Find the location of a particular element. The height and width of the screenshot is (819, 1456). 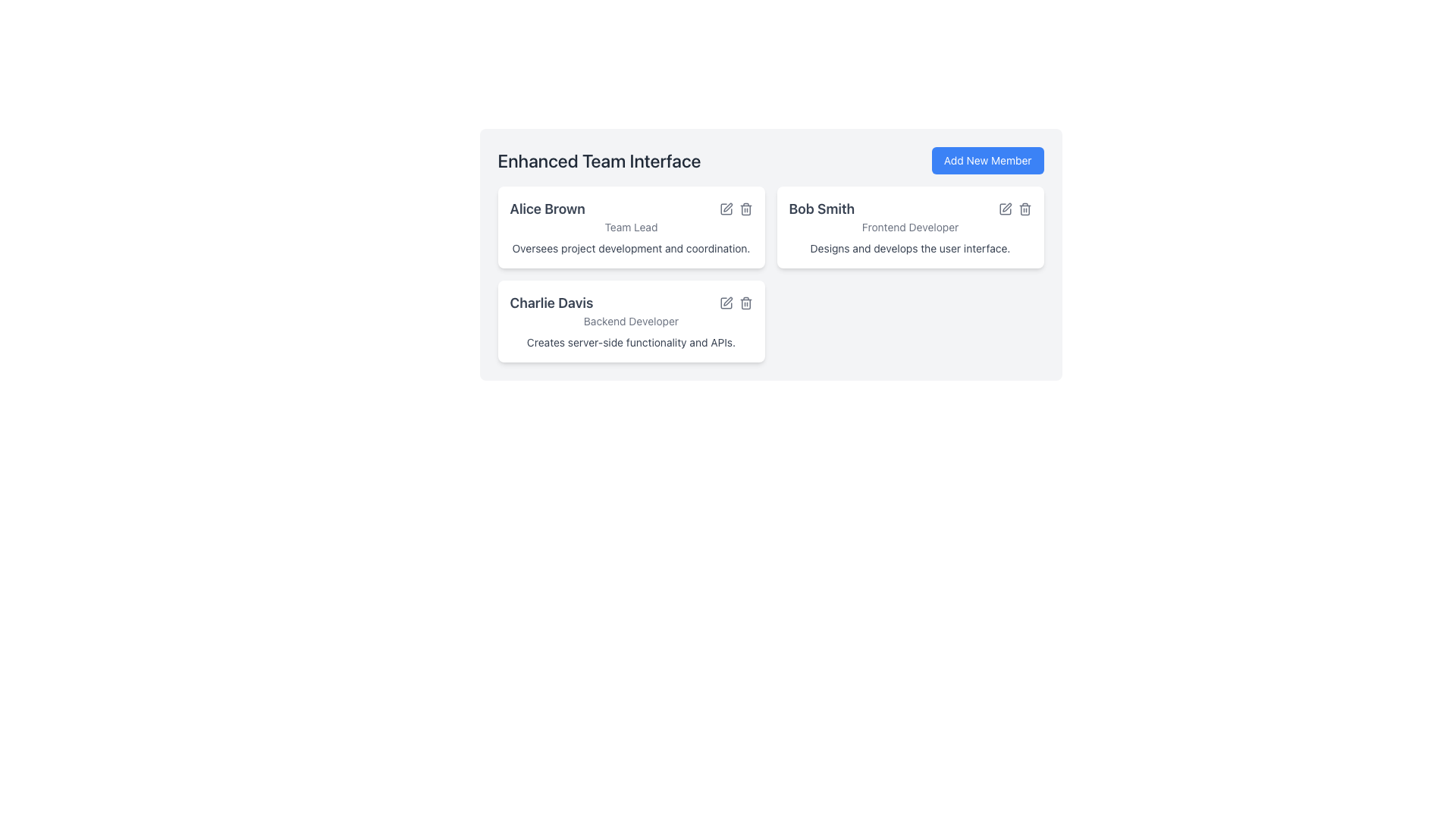

the delete icon button located in the 'Bob Smith' card is located at coordinates (1025, 209).